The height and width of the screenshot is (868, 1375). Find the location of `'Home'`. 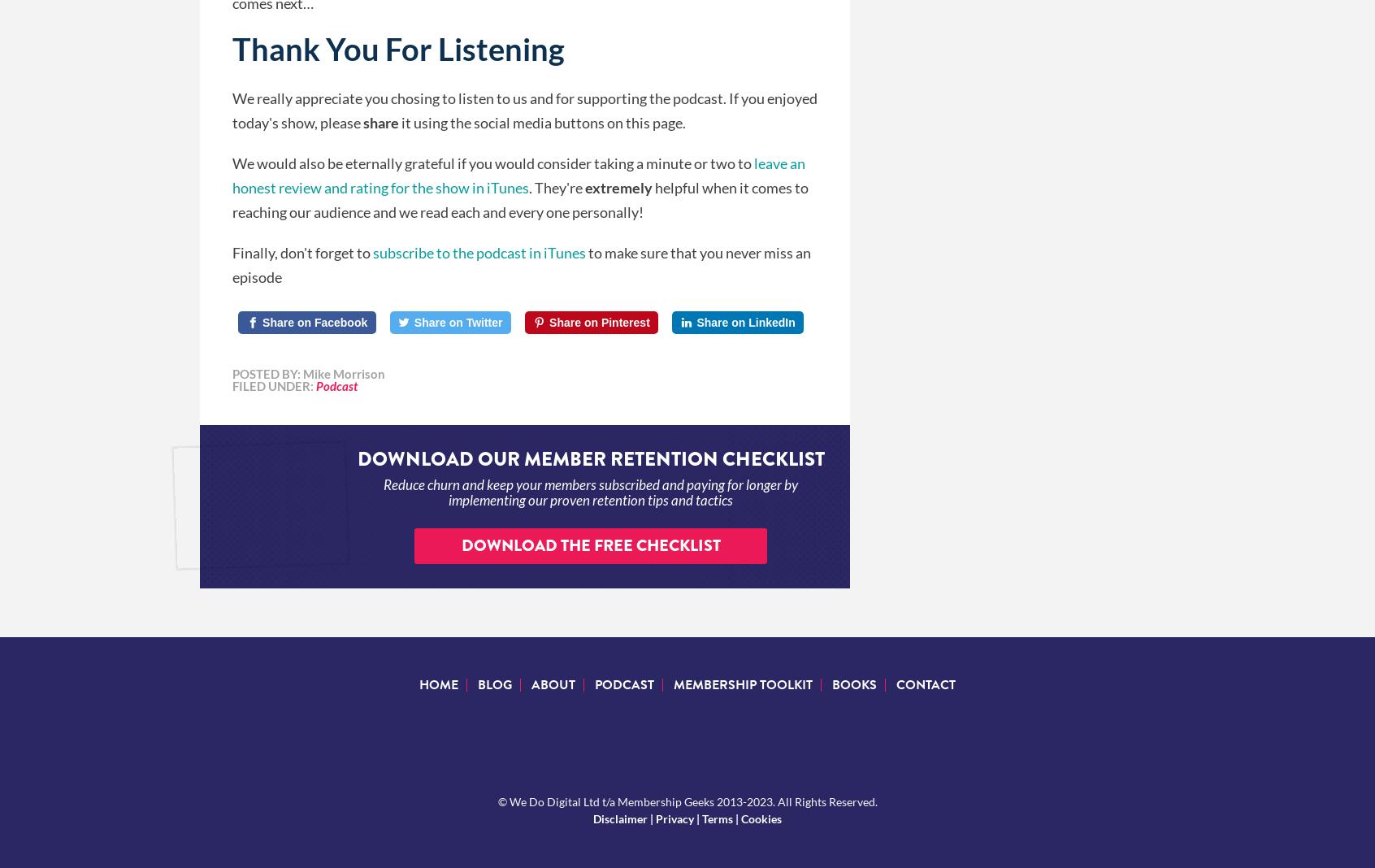

'Home' is located at coordinates (438, 684).